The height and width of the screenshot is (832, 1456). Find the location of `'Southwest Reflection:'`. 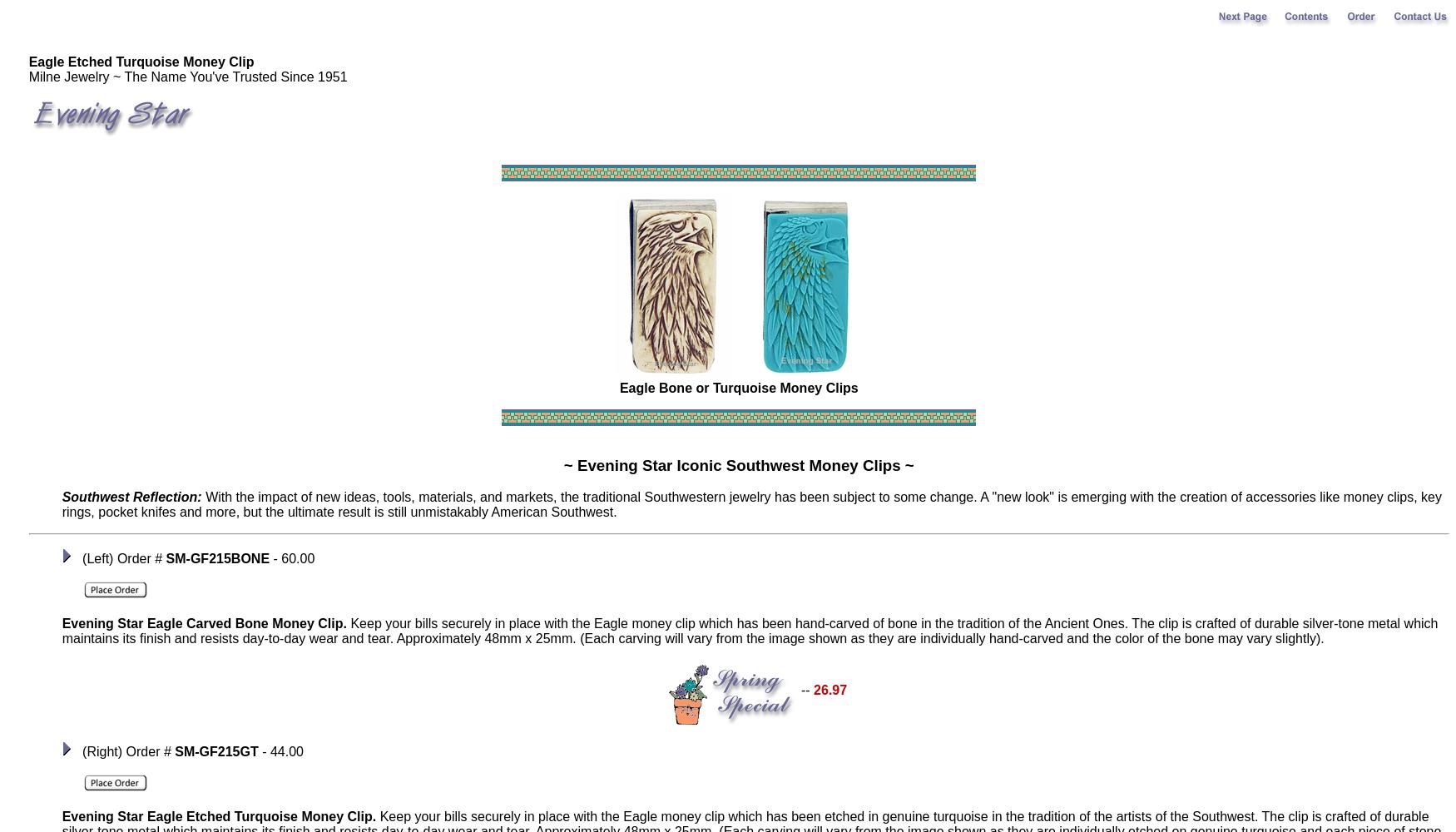

'Southwest Reflection:' is located at coordinates (131, 496).